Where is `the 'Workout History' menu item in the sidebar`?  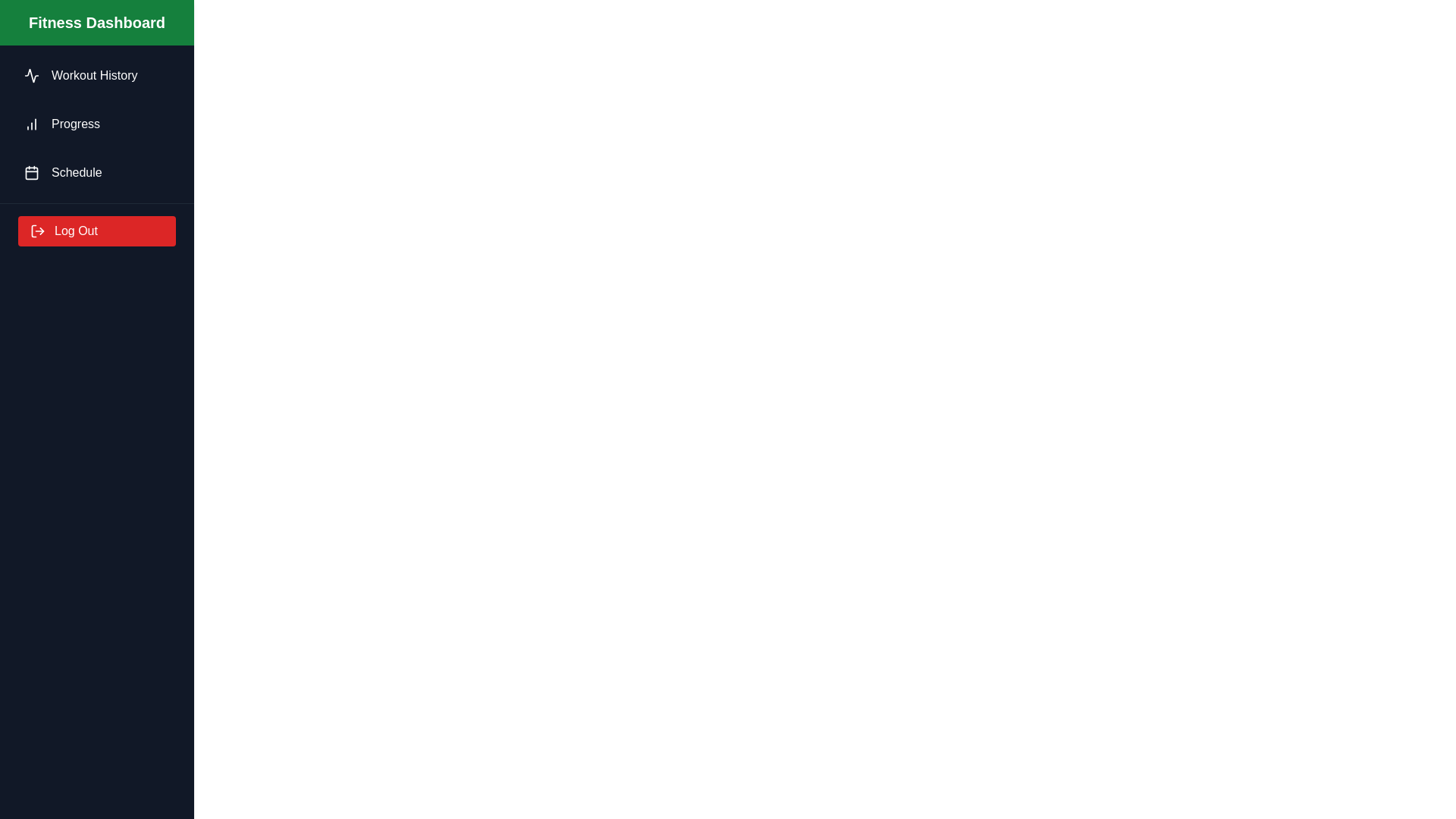
the 'Workout History' menu item in the sidebar is located at coordinates (96, 76).